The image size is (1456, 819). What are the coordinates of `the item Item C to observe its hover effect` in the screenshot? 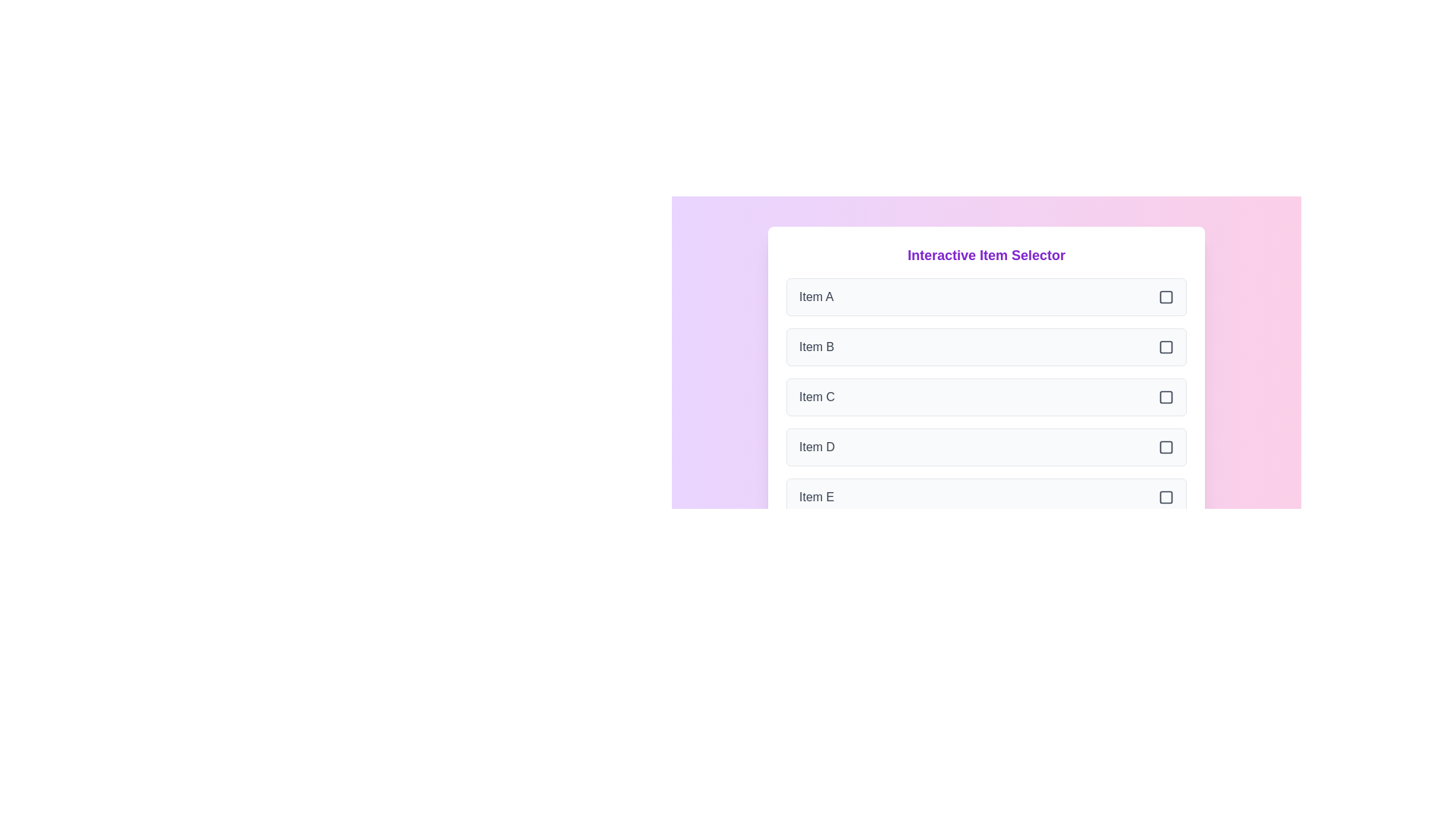 It's located at (986, 397).